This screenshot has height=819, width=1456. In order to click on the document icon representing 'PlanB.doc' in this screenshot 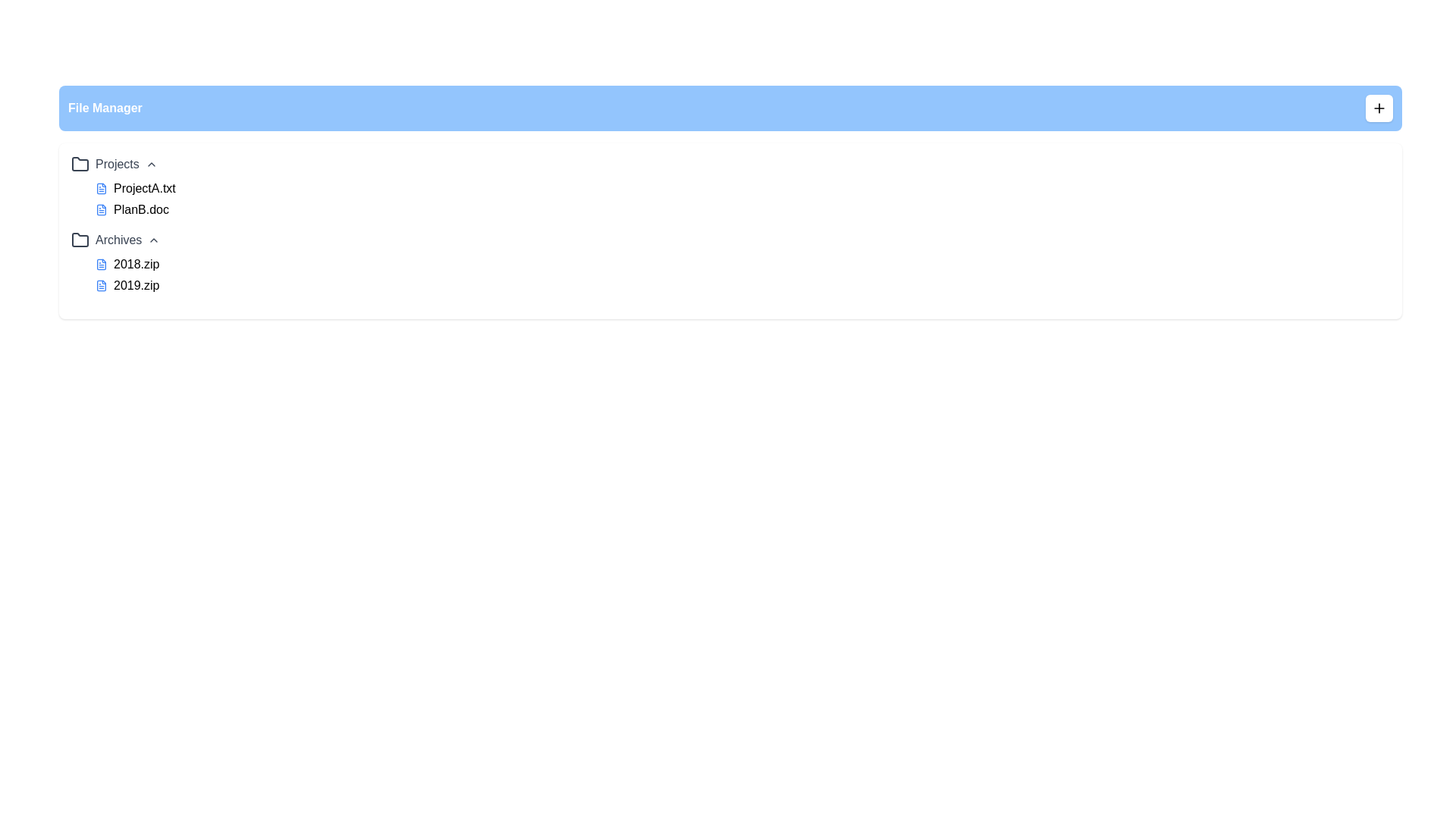, I will do `click(101, 210)`.